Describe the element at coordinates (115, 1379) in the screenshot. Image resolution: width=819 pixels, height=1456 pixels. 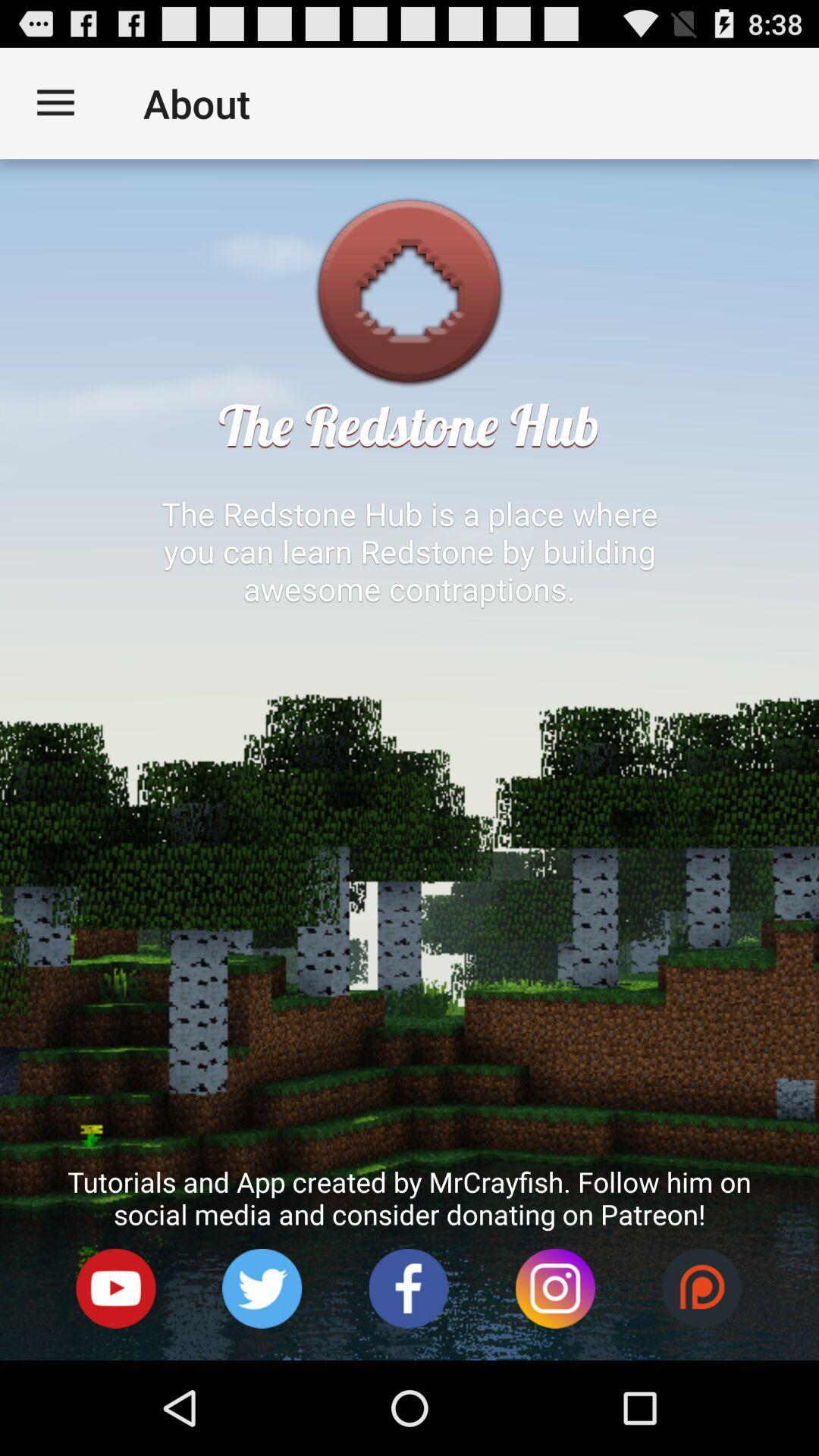
I see `the play icon` at that location.